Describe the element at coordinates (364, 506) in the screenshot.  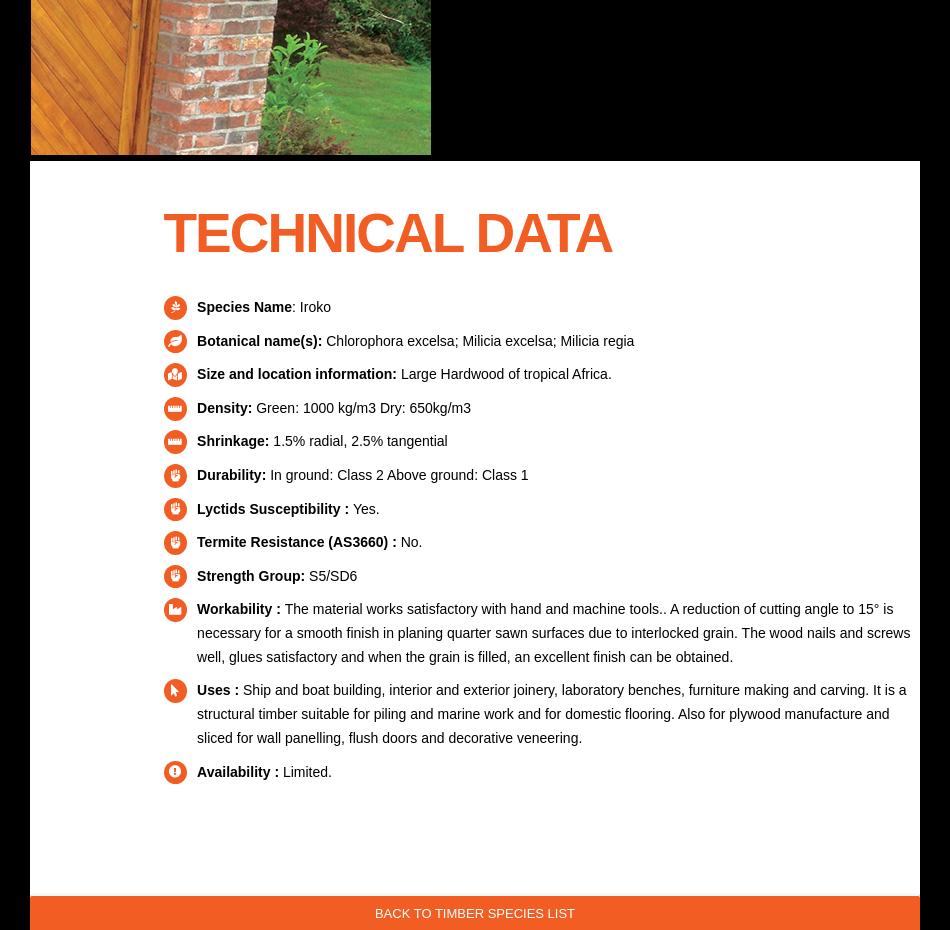
I see `'Yes.'` at that location.